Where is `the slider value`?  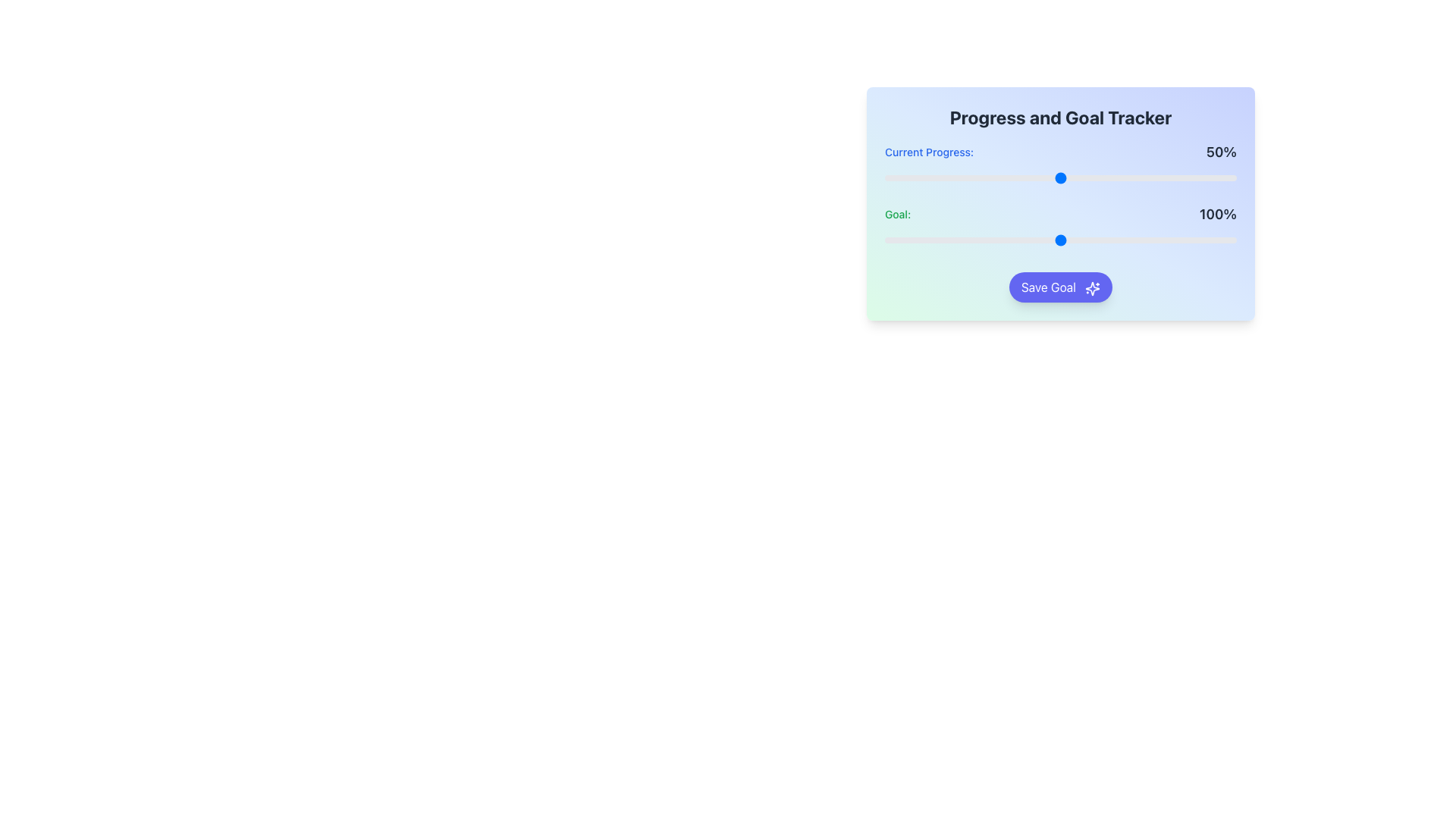
the slider value is located at coordinates (971, 239).